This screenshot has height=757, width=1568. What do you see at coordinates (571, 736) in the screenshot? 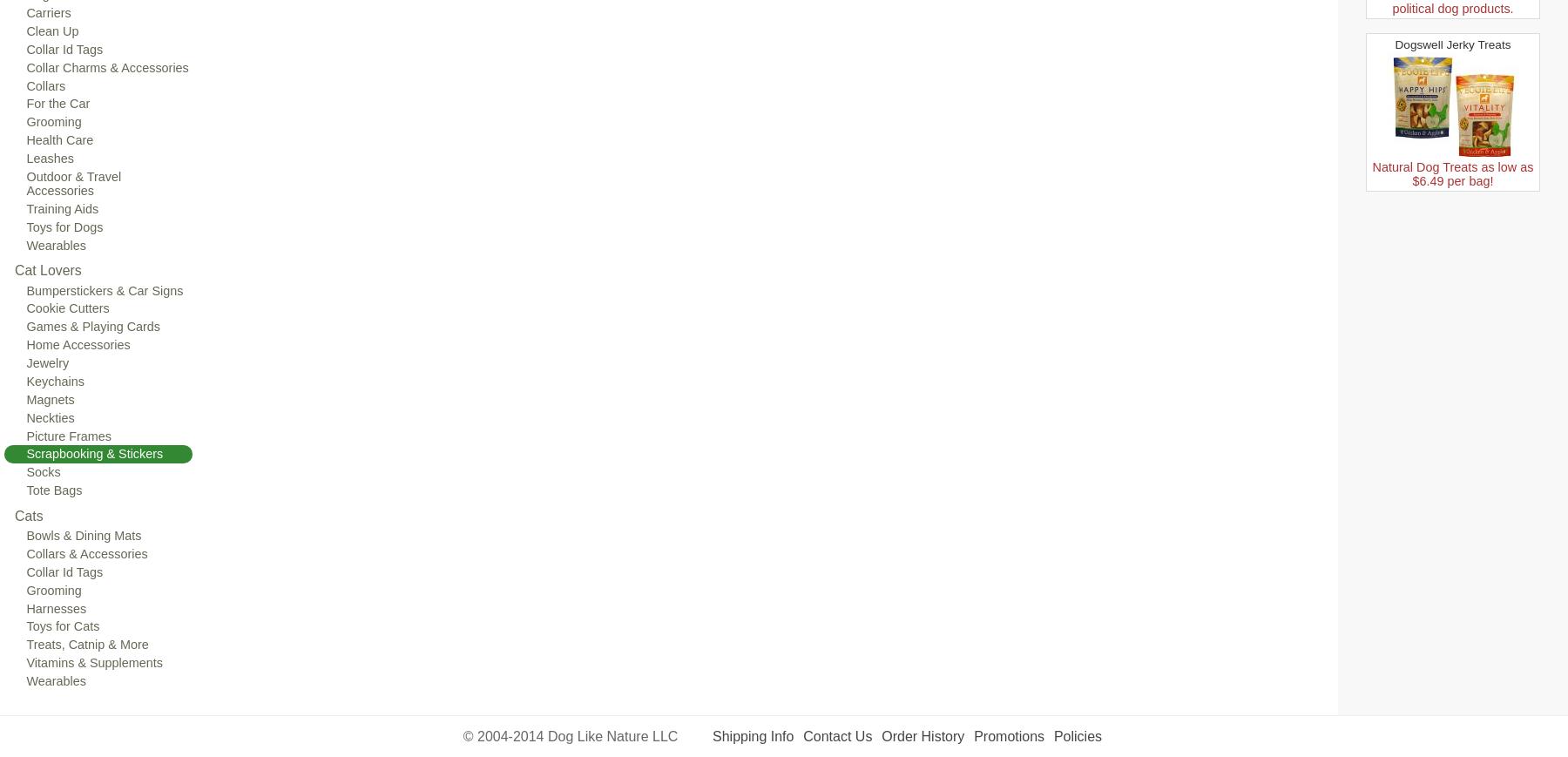
I see `'© 2004-2014 Dog Like Nature LLC'` at bounding box center [571, 736].